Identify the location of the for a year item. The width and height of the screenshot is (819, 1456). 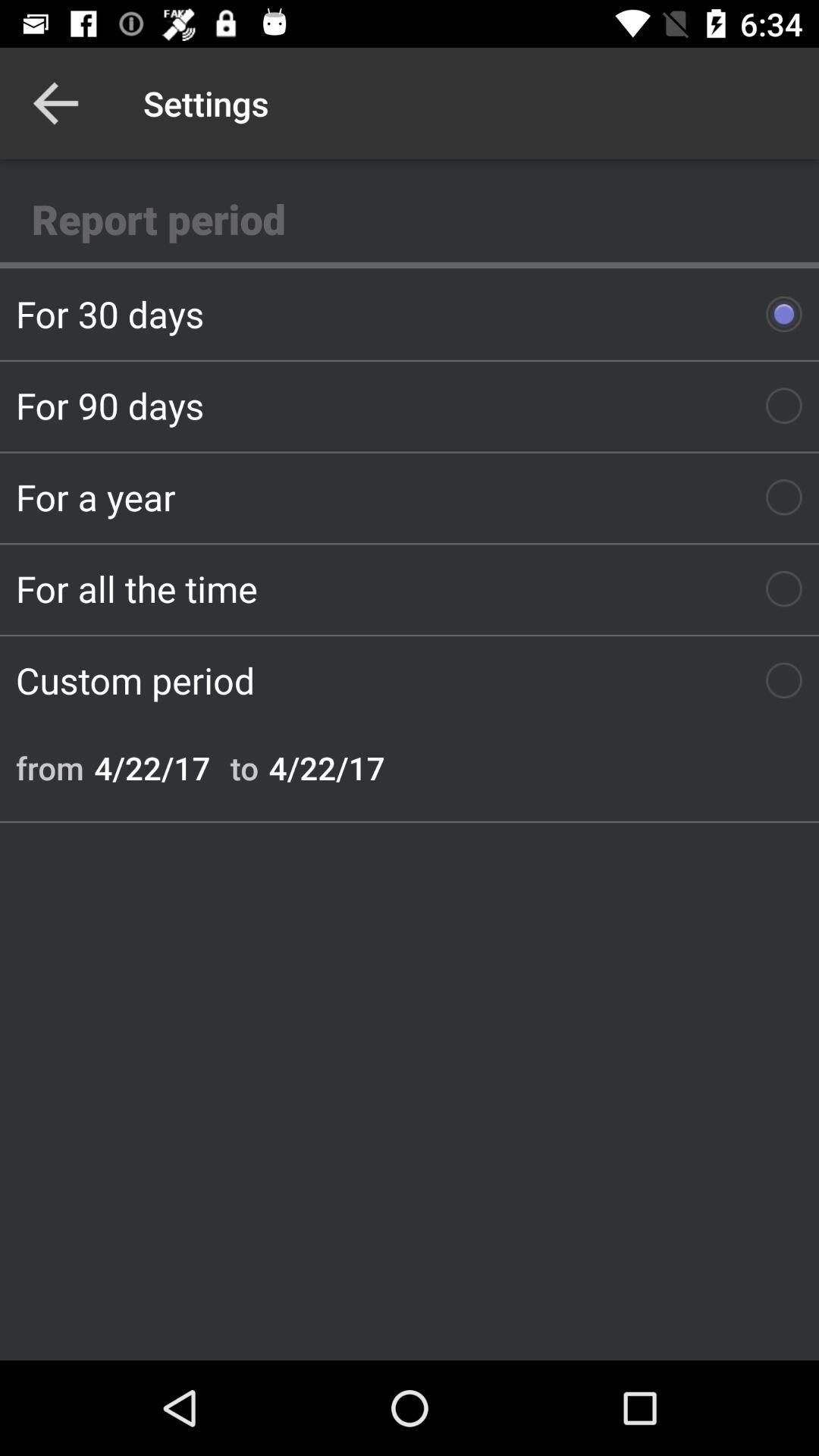
(409, 497).